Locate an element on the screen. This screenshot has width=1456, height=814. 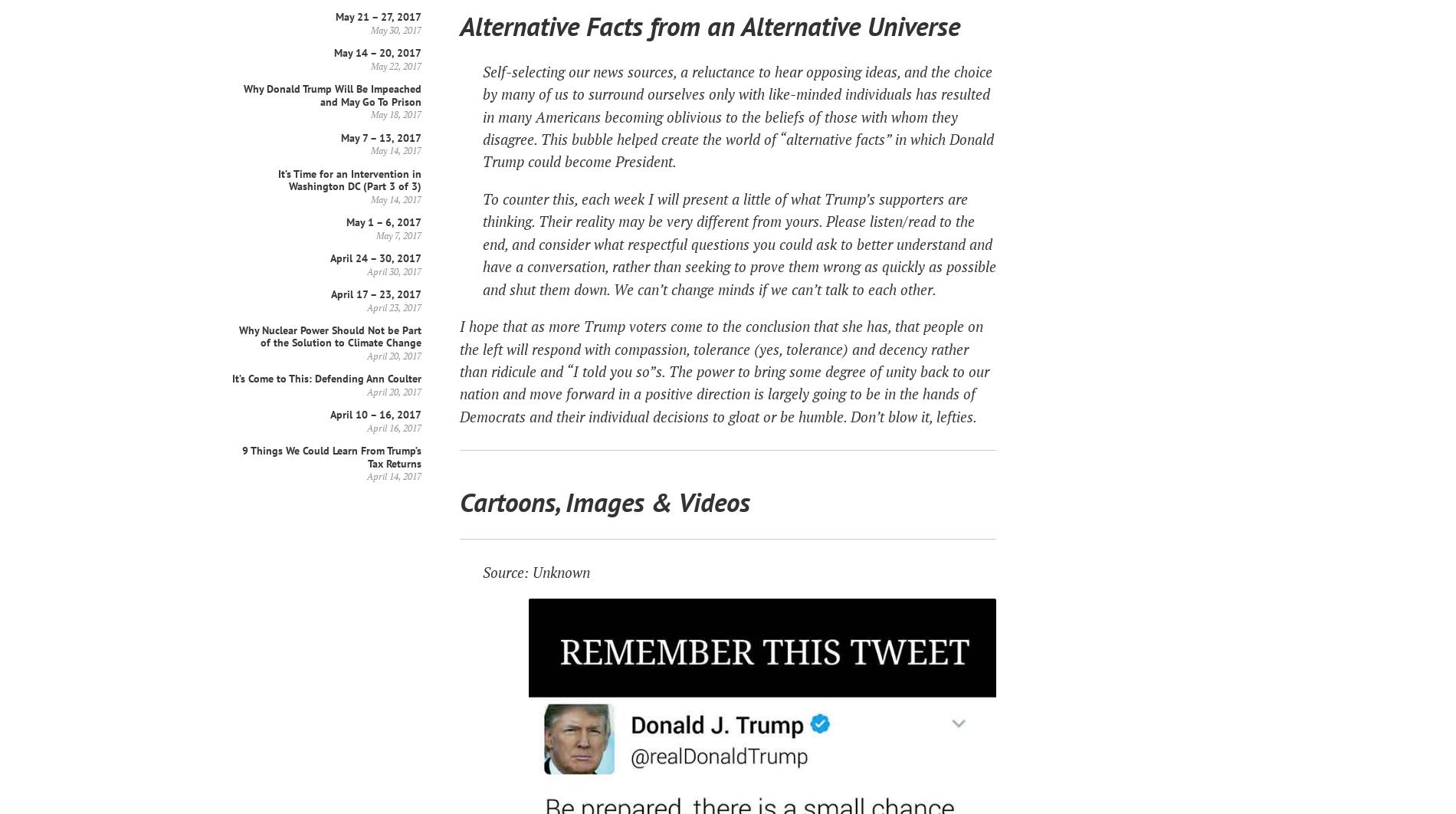
'May 21 – 27, 2017' is located at coordinates (334, 16).